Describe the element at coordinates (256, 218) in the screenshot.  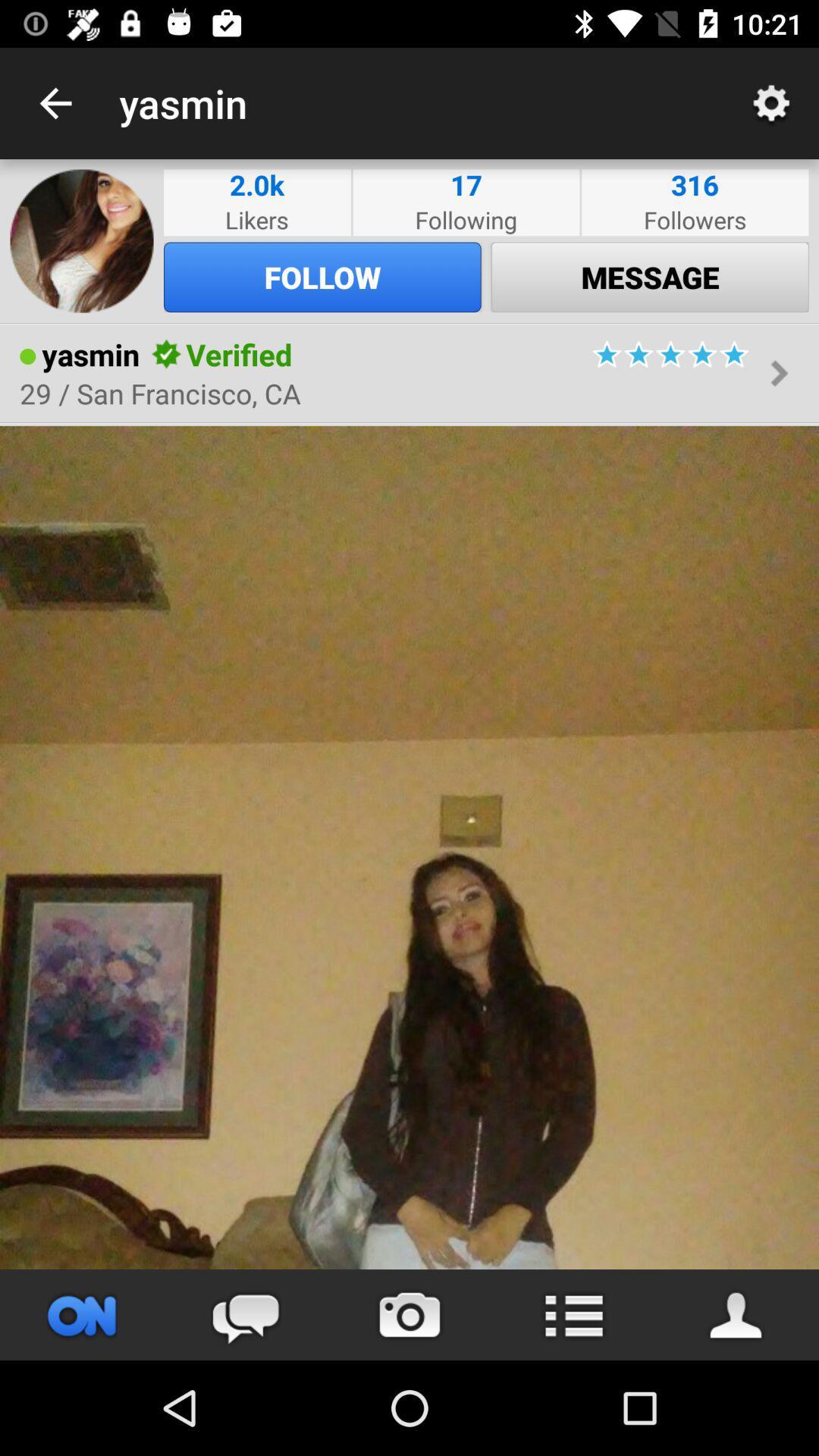
I see `likers` at that location.